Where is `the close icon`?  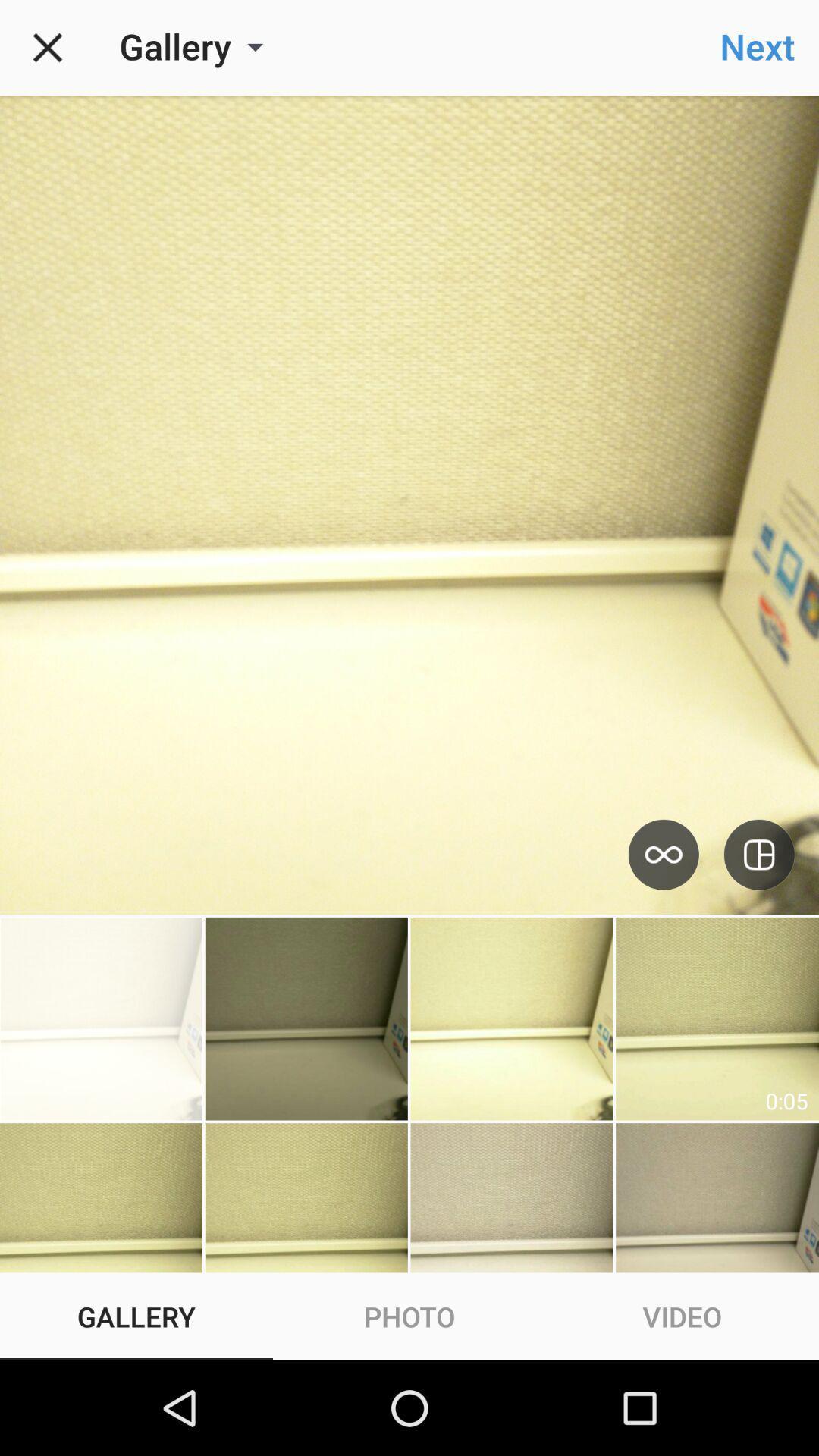
the close icon is located at coordinates (46, 47).